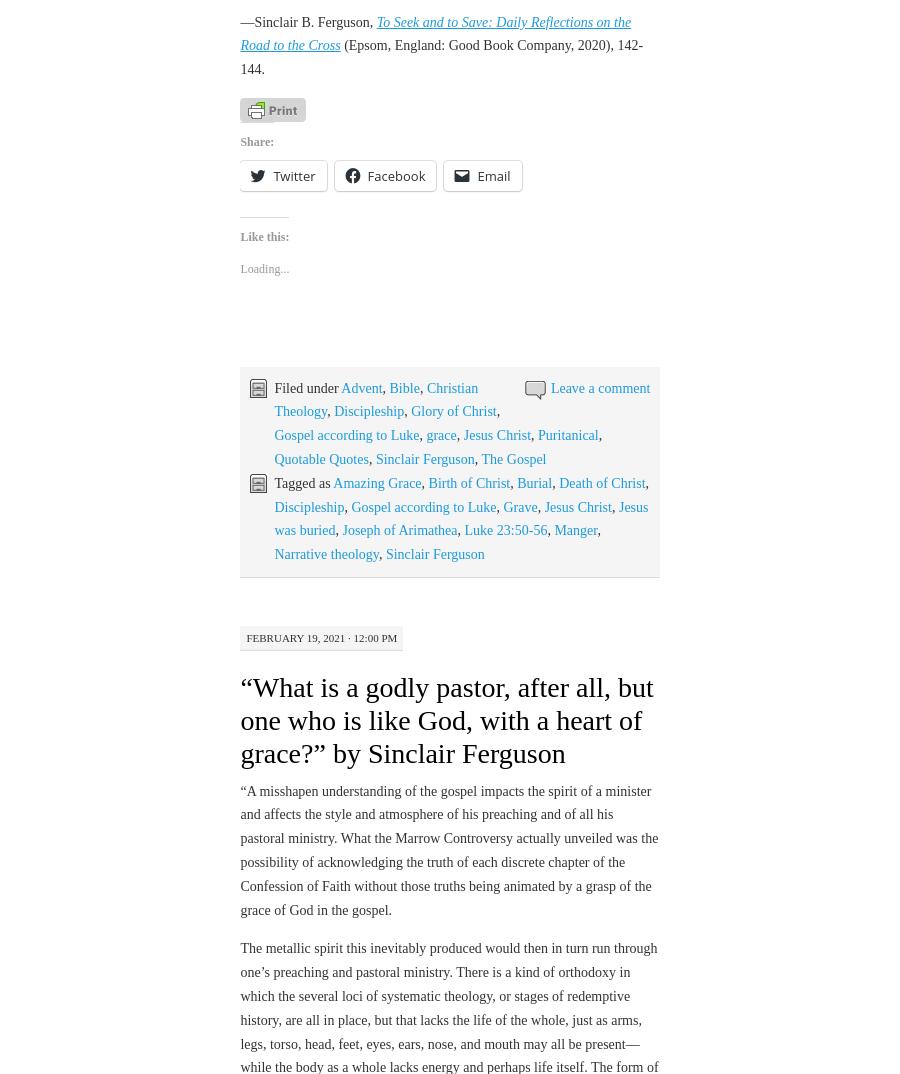 This screenshot has width=900, height=1074. Describe the element at coordinates (256, 140) in the screenshot. I see `'Share:'` at that location.